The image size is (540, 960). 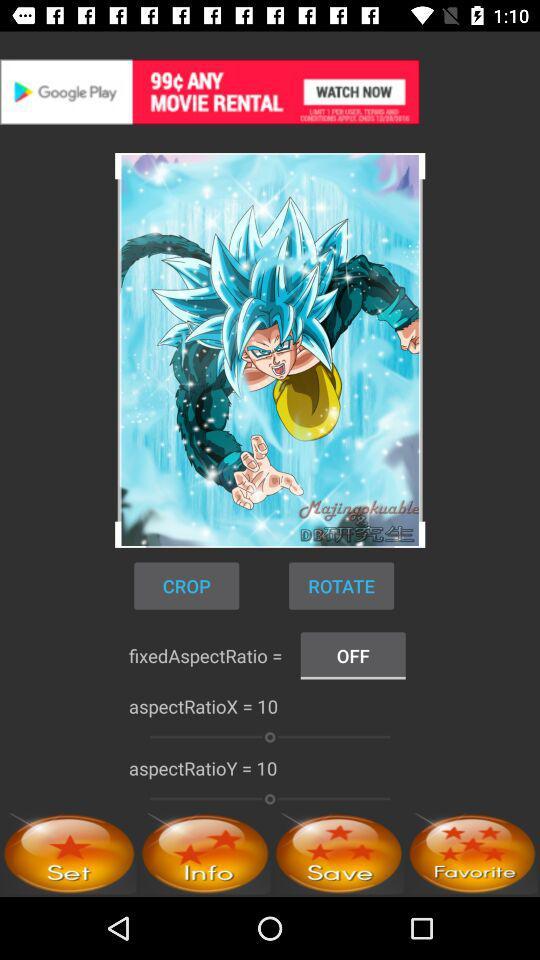 I want to click on info, so click(x=204, y=852).